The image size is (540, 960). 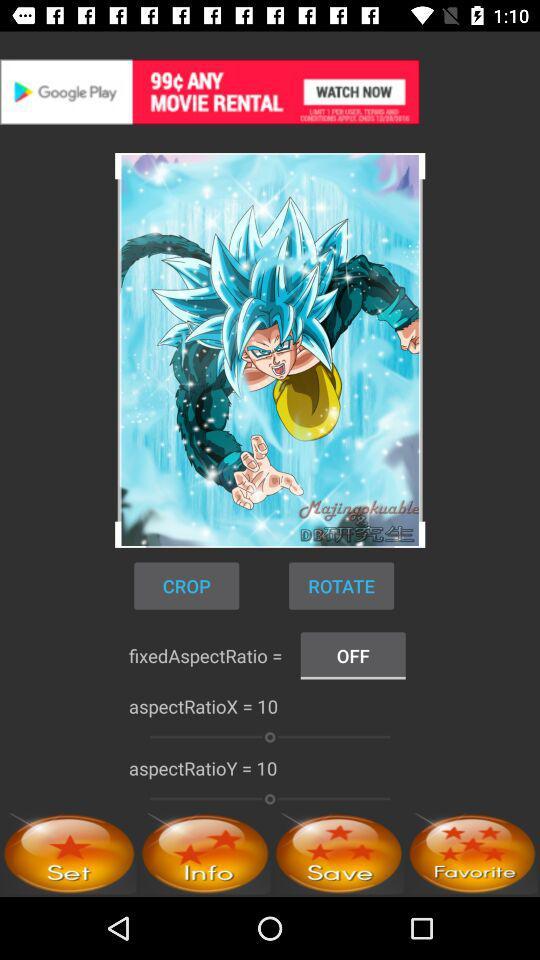 I want to click on info, so click(x=204, y=852).